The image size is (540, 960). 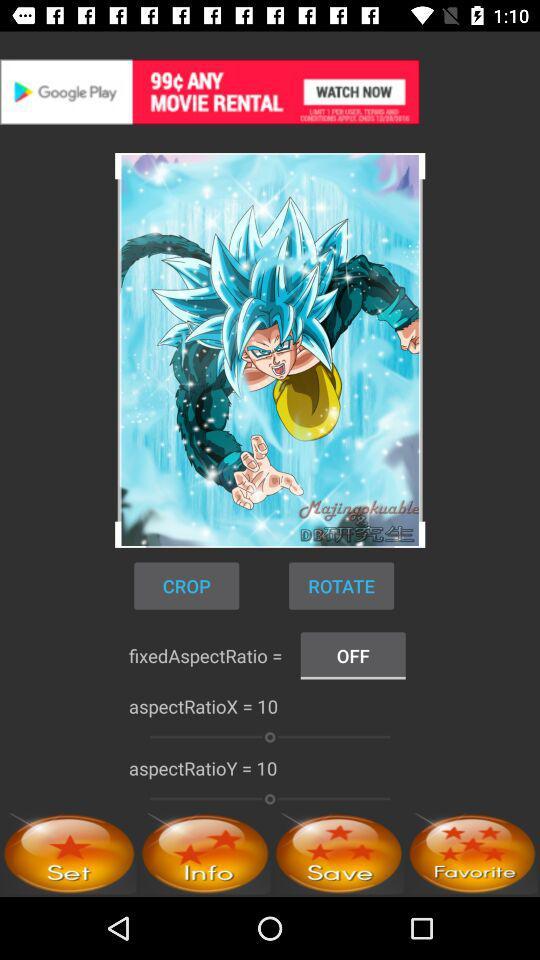 I want to click on info, so click(x=204, y=852).